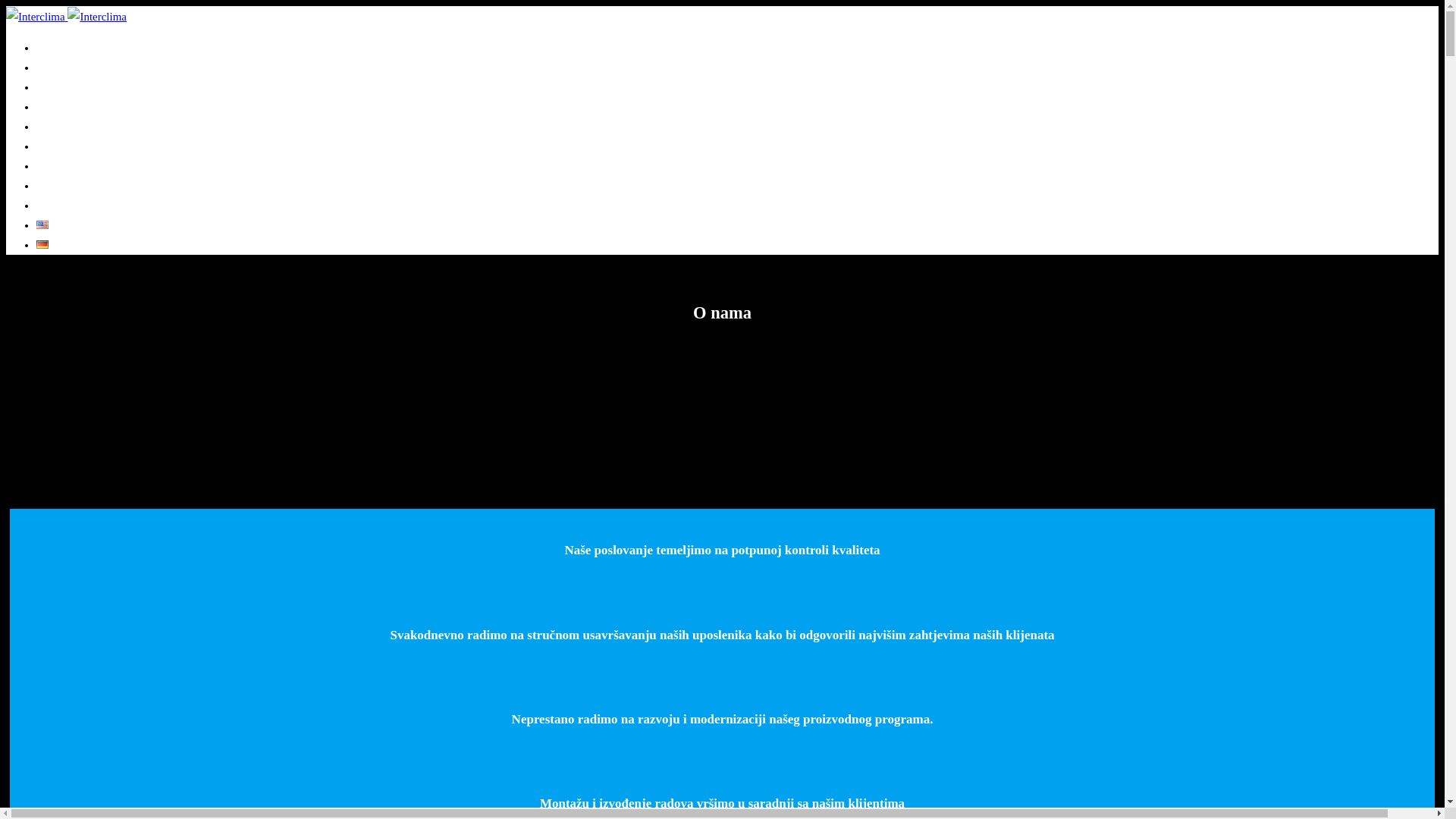  I want to click on 'Vijesti', so click(52, 146).